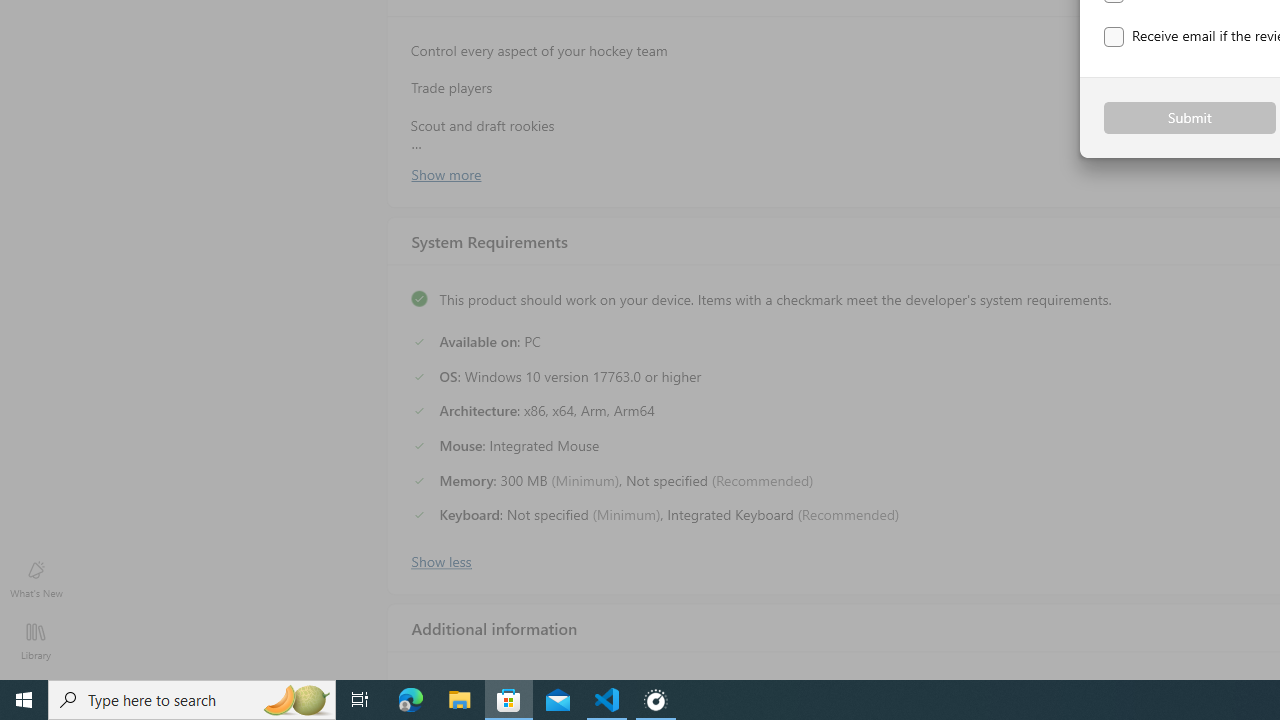 The width and height of the screenshot is (1280, 720). I want to click on 'Show more', so click(444, 172).